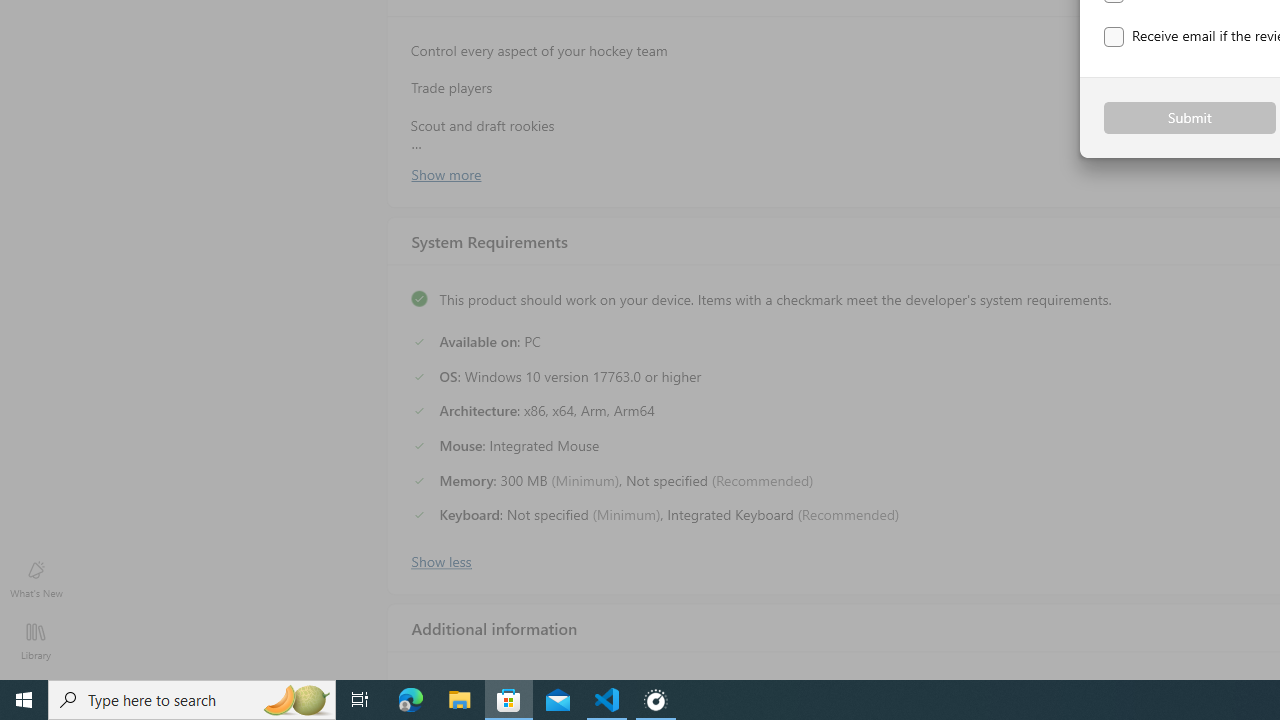 The width and height of the screenshot is (1280, 720). I want to click on 'Show more', so click(444, 172).